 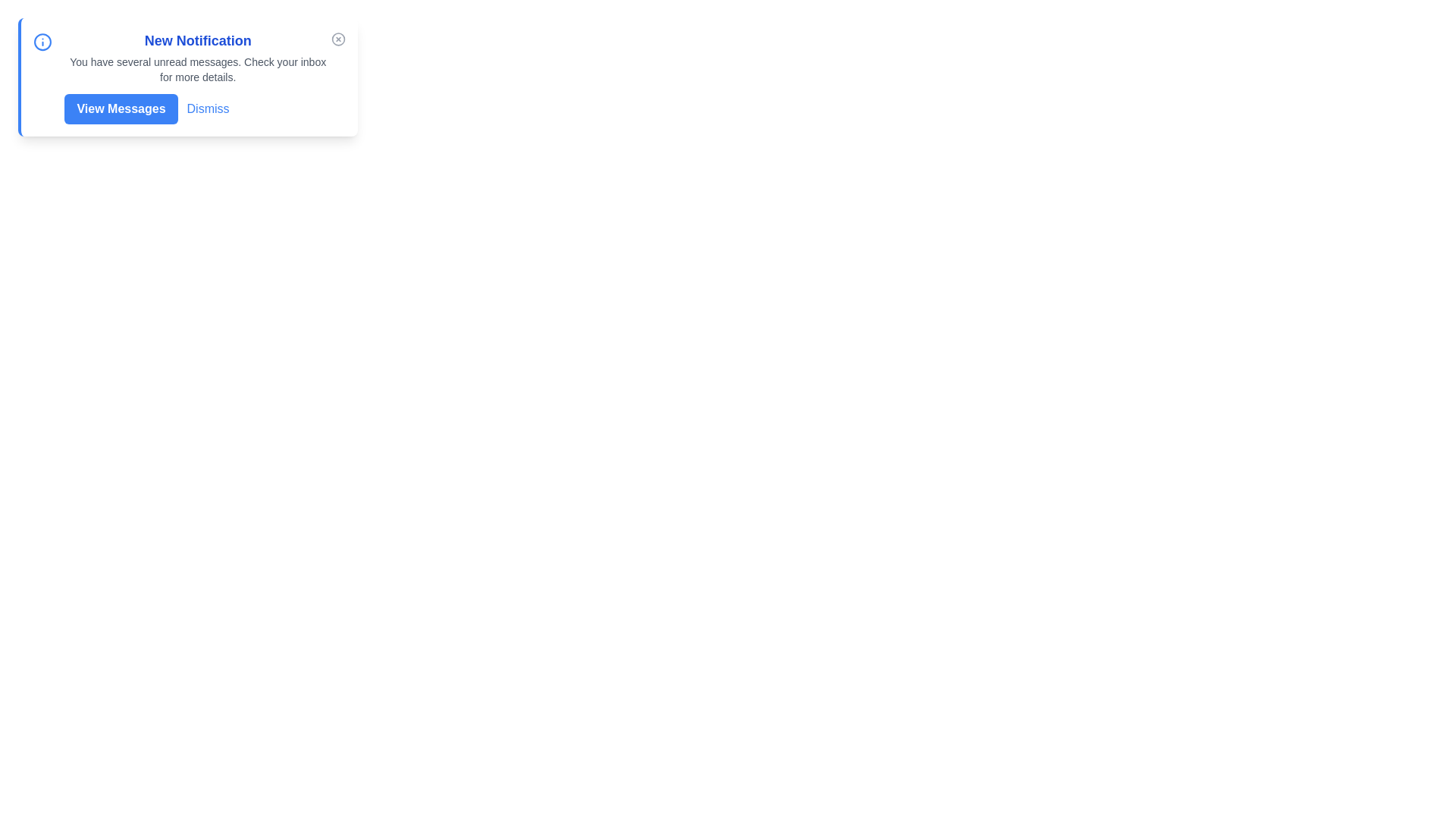 I want to click on the left-most button in the notification panel, so click(x=120, y=108).